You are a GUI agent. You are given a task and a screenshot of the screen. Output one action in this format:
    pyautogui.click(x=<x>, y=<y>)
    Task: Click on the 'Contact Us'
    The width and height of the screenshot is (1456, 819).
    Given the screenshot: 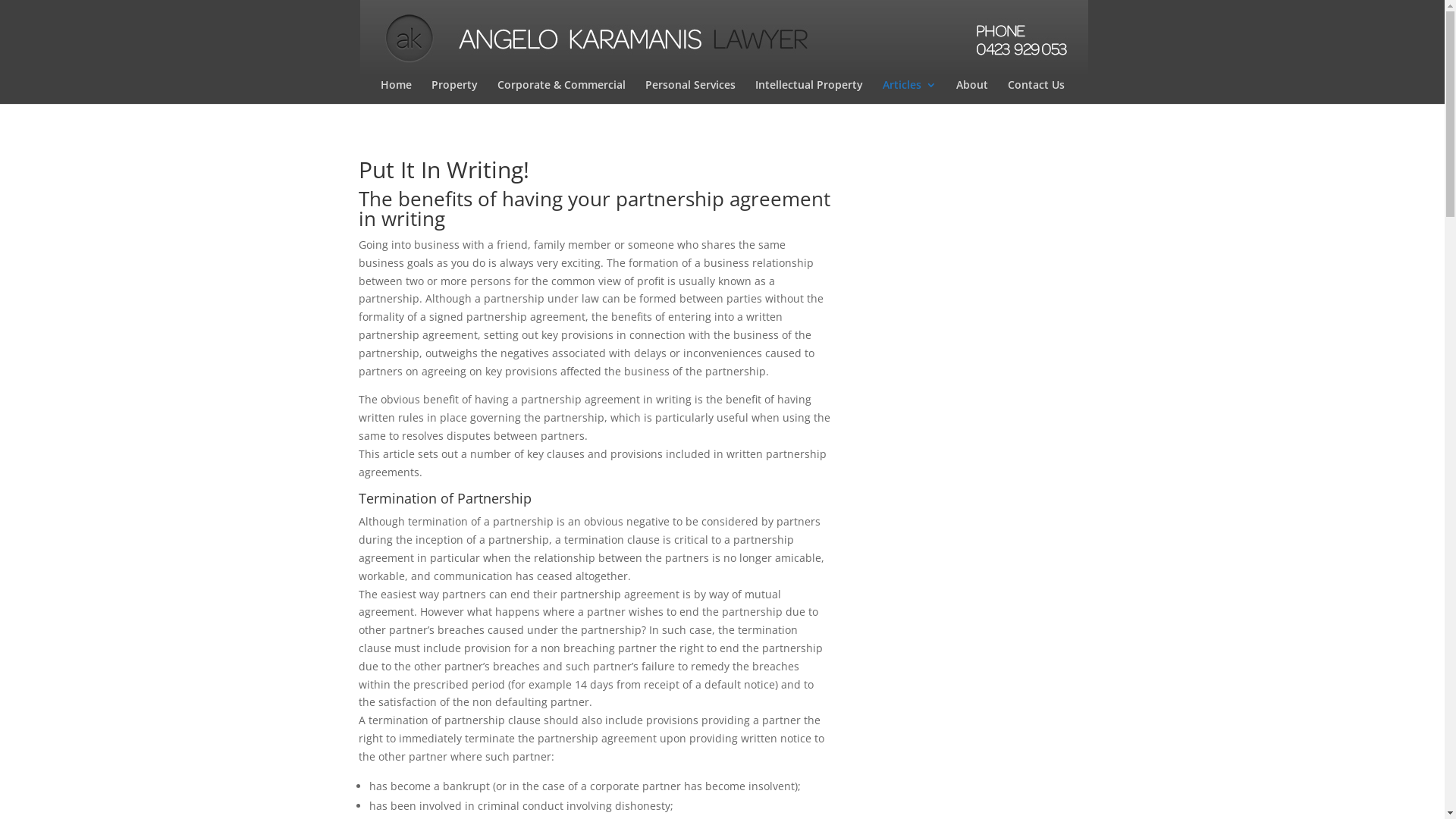 What is the action you would take?
    pyautogui.click(x=1034, y=91)
    